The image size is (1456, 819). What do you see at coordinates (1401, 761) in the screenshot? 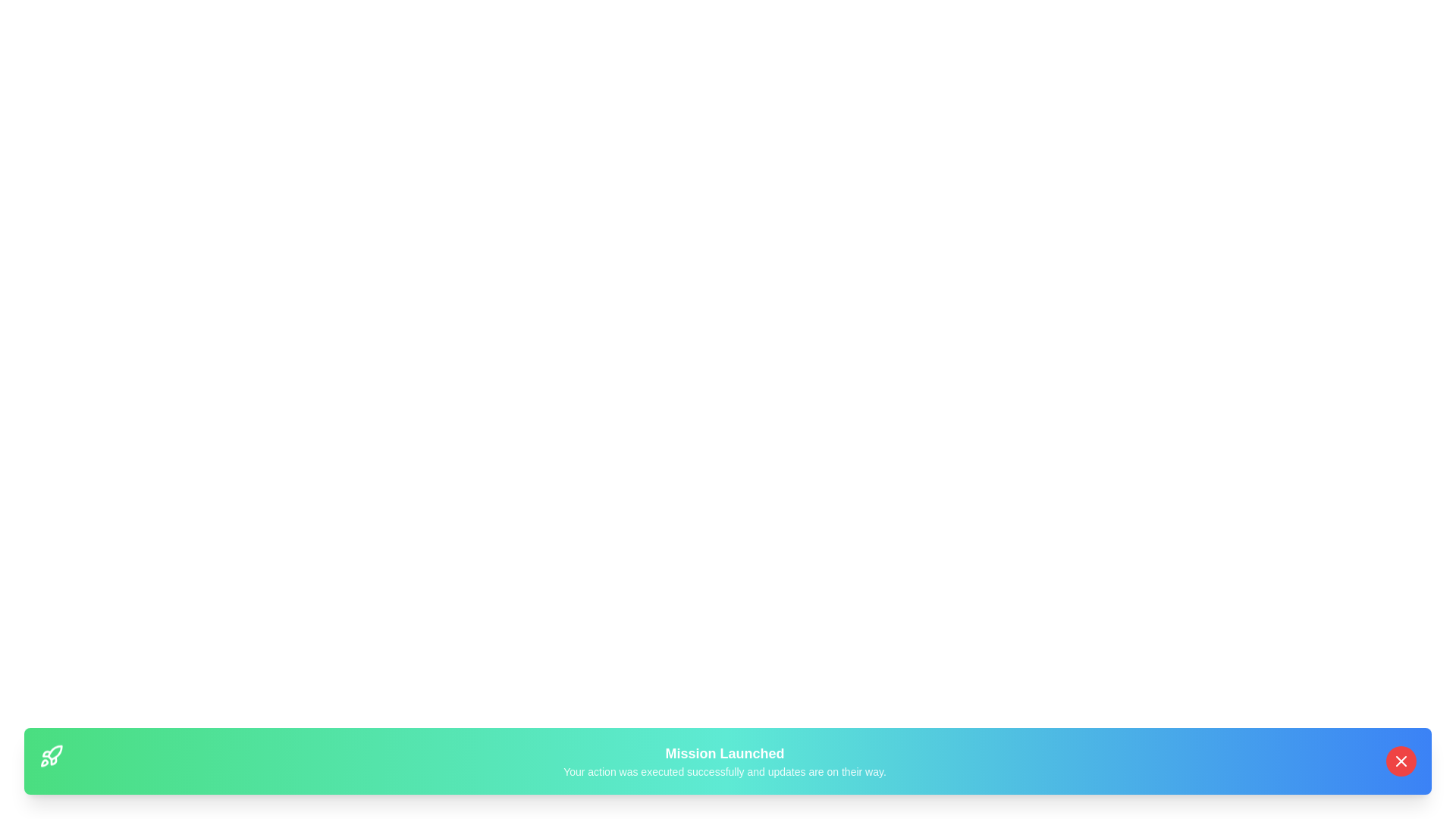
I see `the red button to close the snackbar` at bounding box center [1401, 761].